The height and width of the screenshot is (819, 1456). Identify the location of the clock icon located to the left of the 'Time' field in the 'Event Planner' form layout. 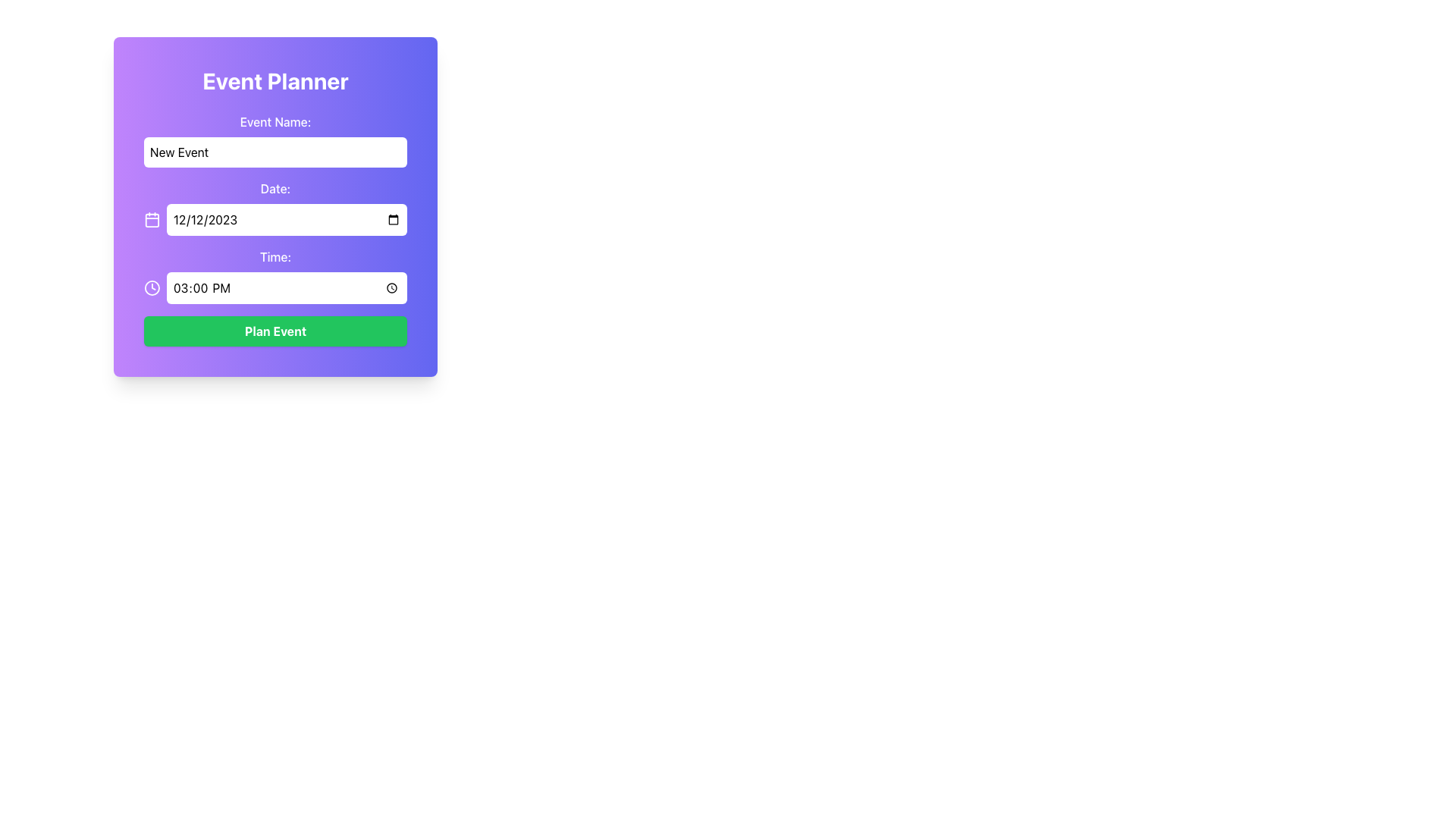
(152, 288).